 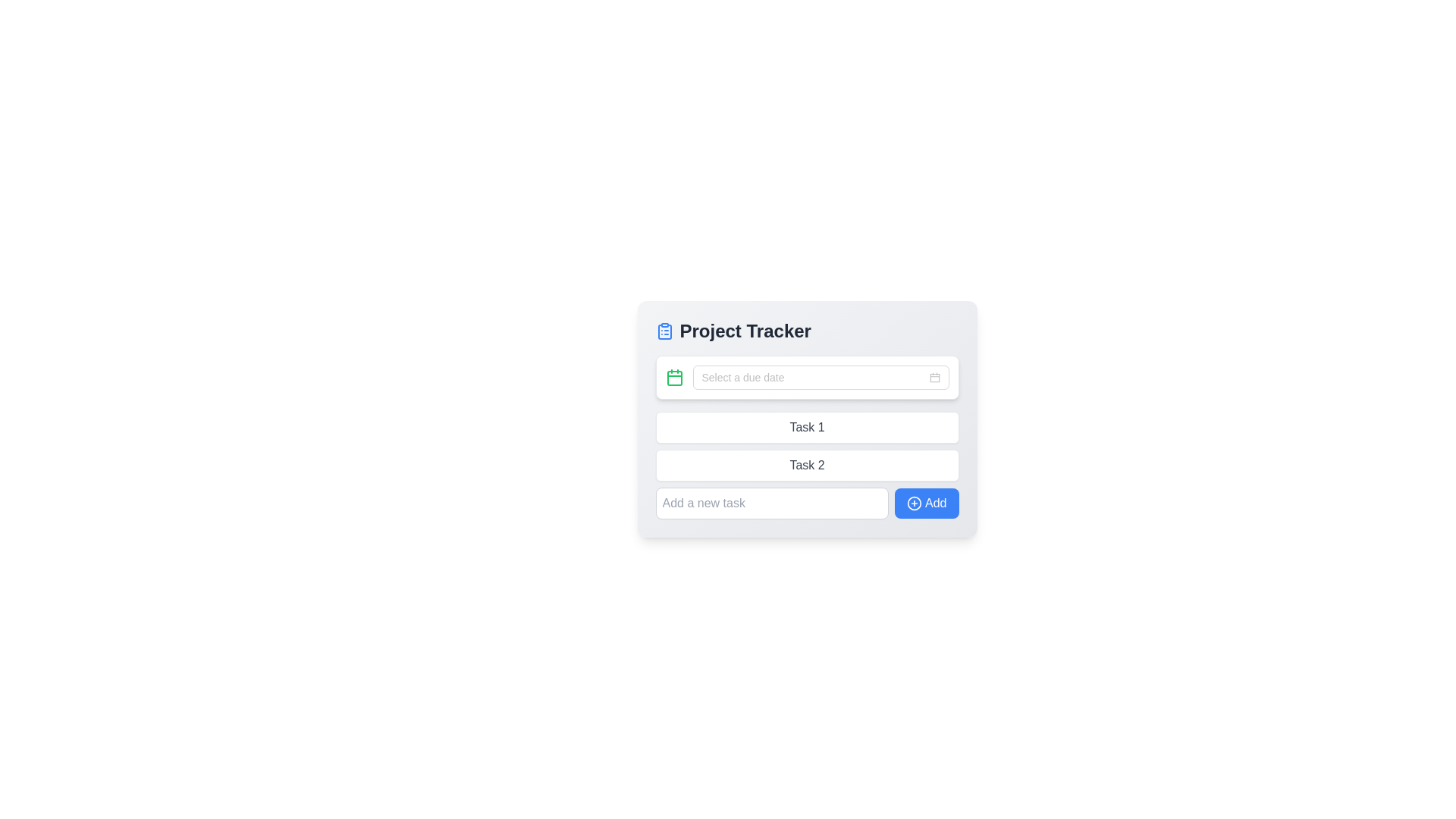 I want to click on the 'Task 2' label, which is a rectangular box with a white background and gray border, to mark it as completed, so click(x=806, y=464).